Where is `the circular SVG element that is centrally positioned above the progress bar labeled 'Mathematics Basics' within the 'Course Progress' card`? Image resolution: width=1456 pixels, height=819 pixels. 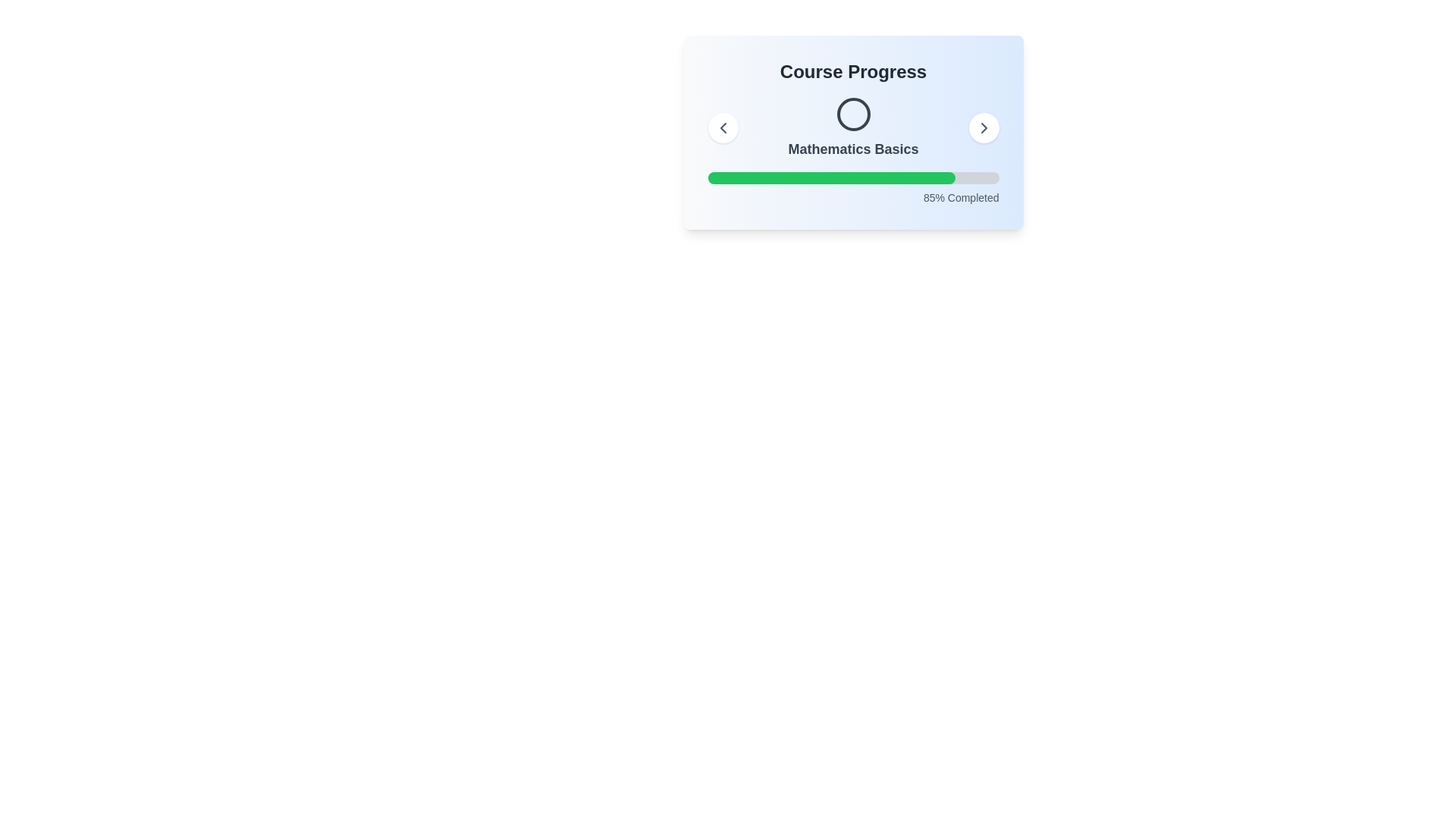 the circular SVG element that is centrally positioned above the progress bar labeled 'Mathematics Basics' within the 'Course Progress' card is located at coordinates (853, 113).